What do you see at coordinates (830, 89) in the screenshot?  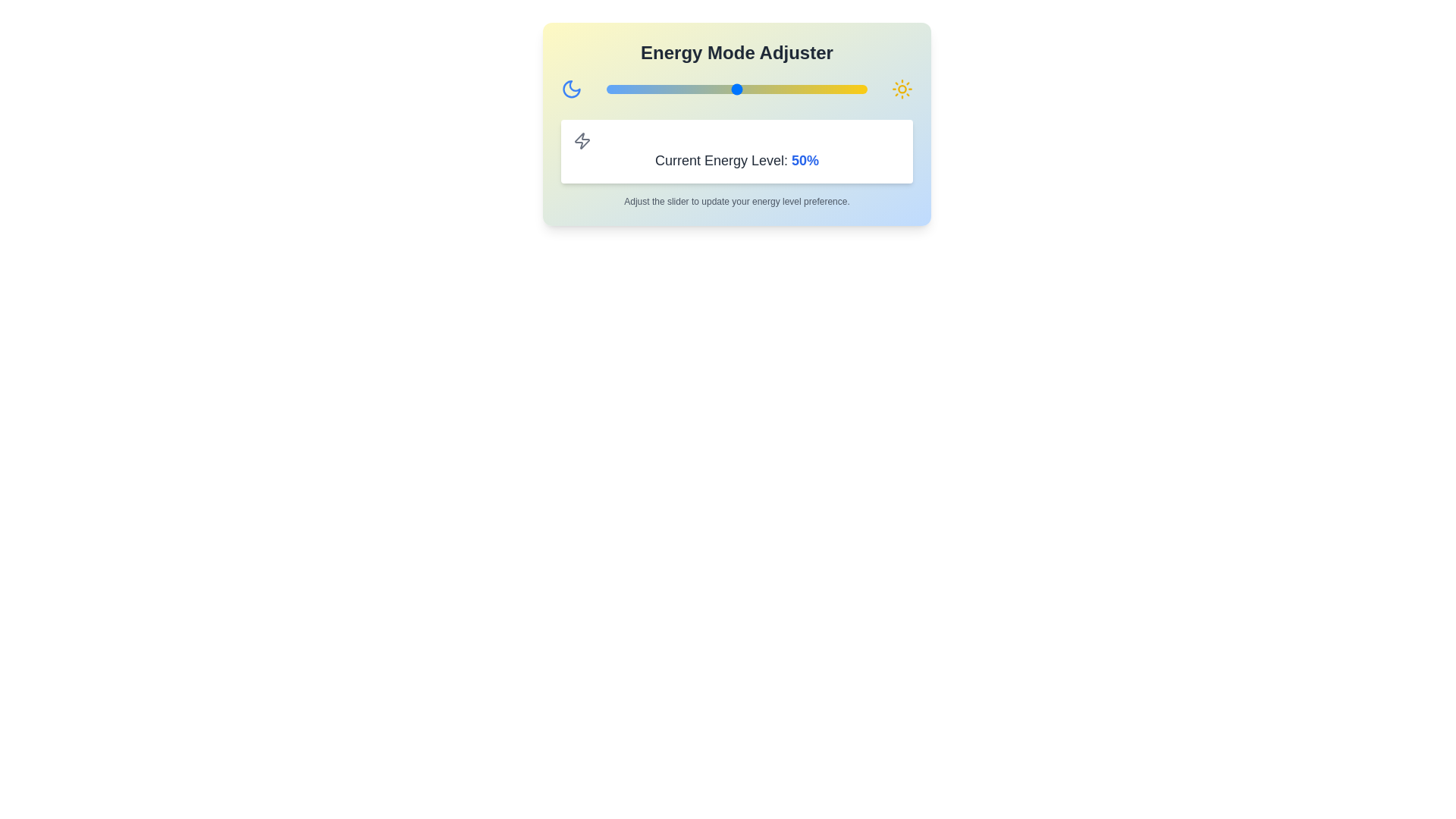 I see `the slider to set the energy level to 86%` at bounding box center [830, 89].